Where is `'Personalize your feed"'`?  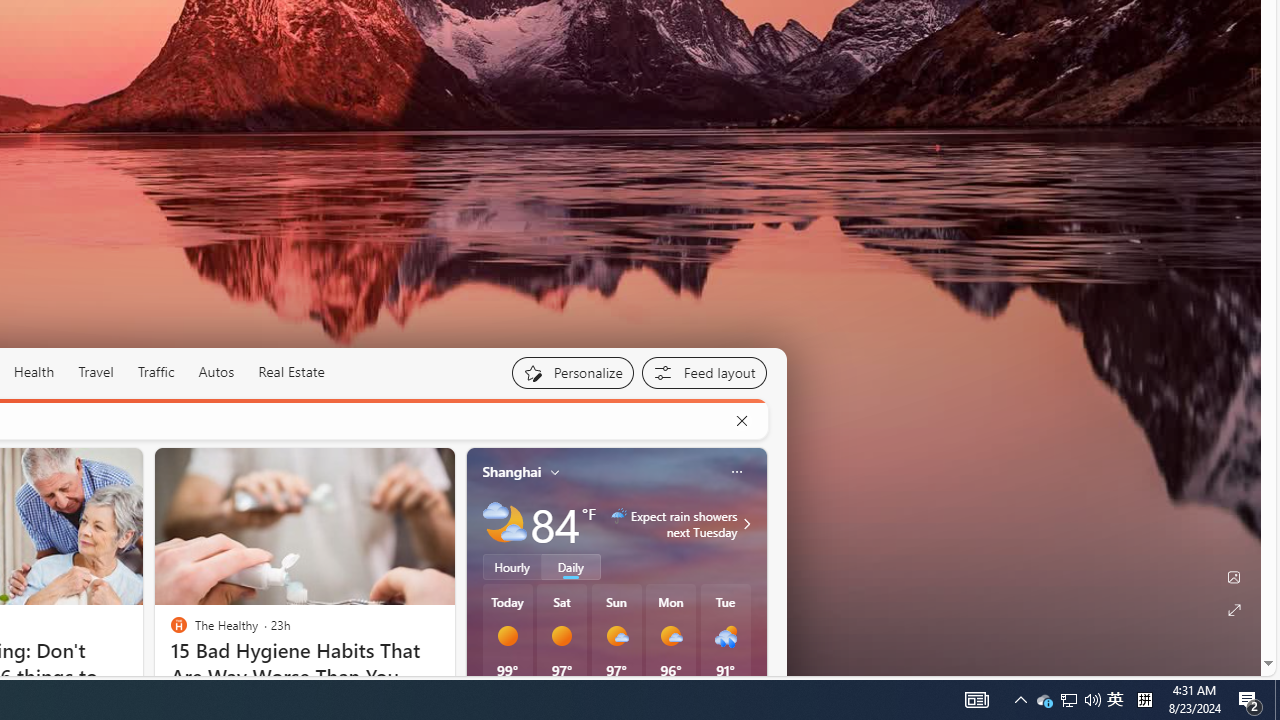
'Personalize your feed"' is located at coordinates (571, 372).